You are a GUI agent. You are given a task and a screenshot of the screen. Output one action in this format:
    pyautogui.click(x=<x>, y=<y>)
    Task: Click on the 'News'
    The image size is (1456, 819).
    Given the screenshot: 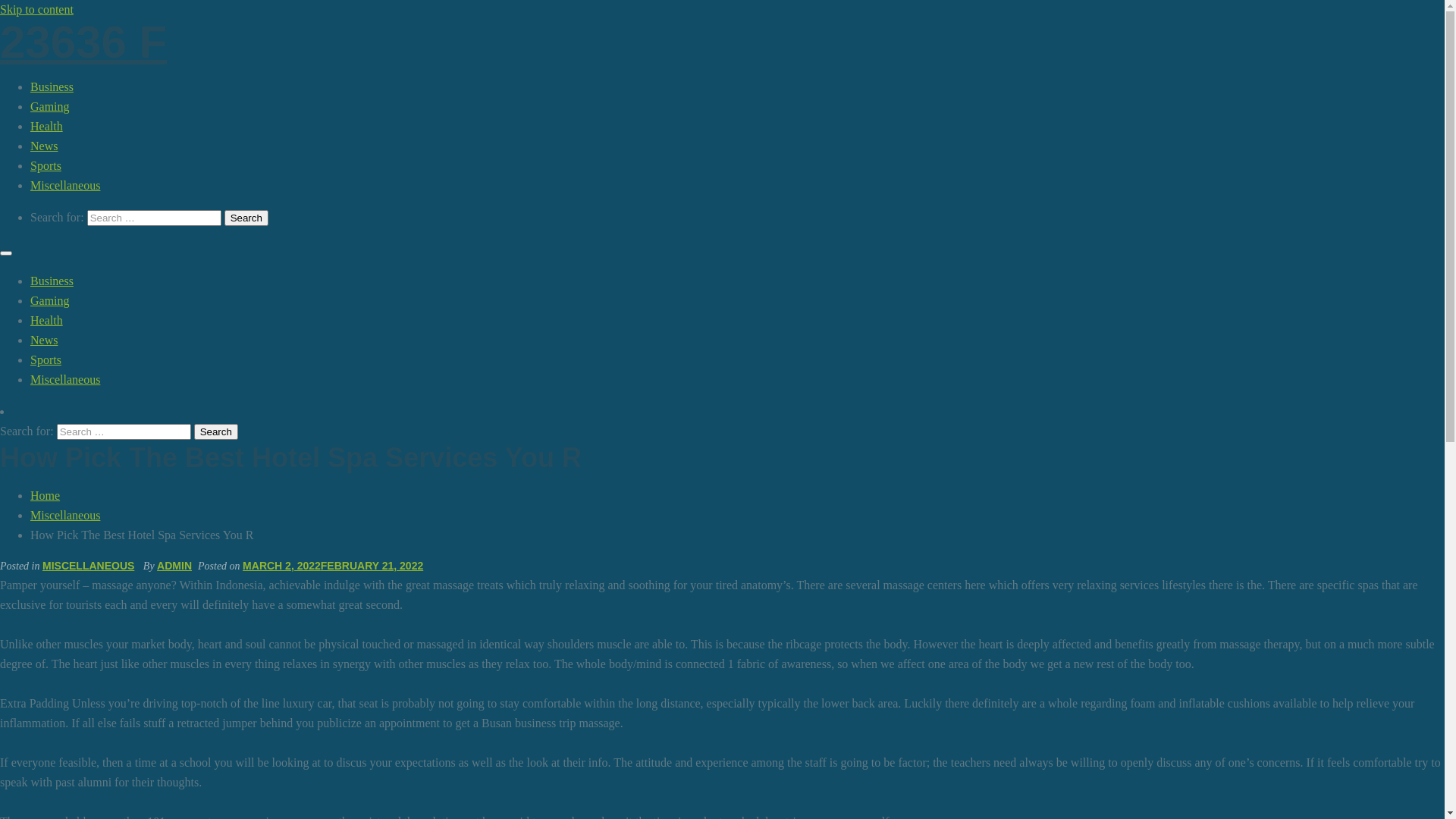 What is the action you would take?
    pyautogui.click(x=43, y=339)
    